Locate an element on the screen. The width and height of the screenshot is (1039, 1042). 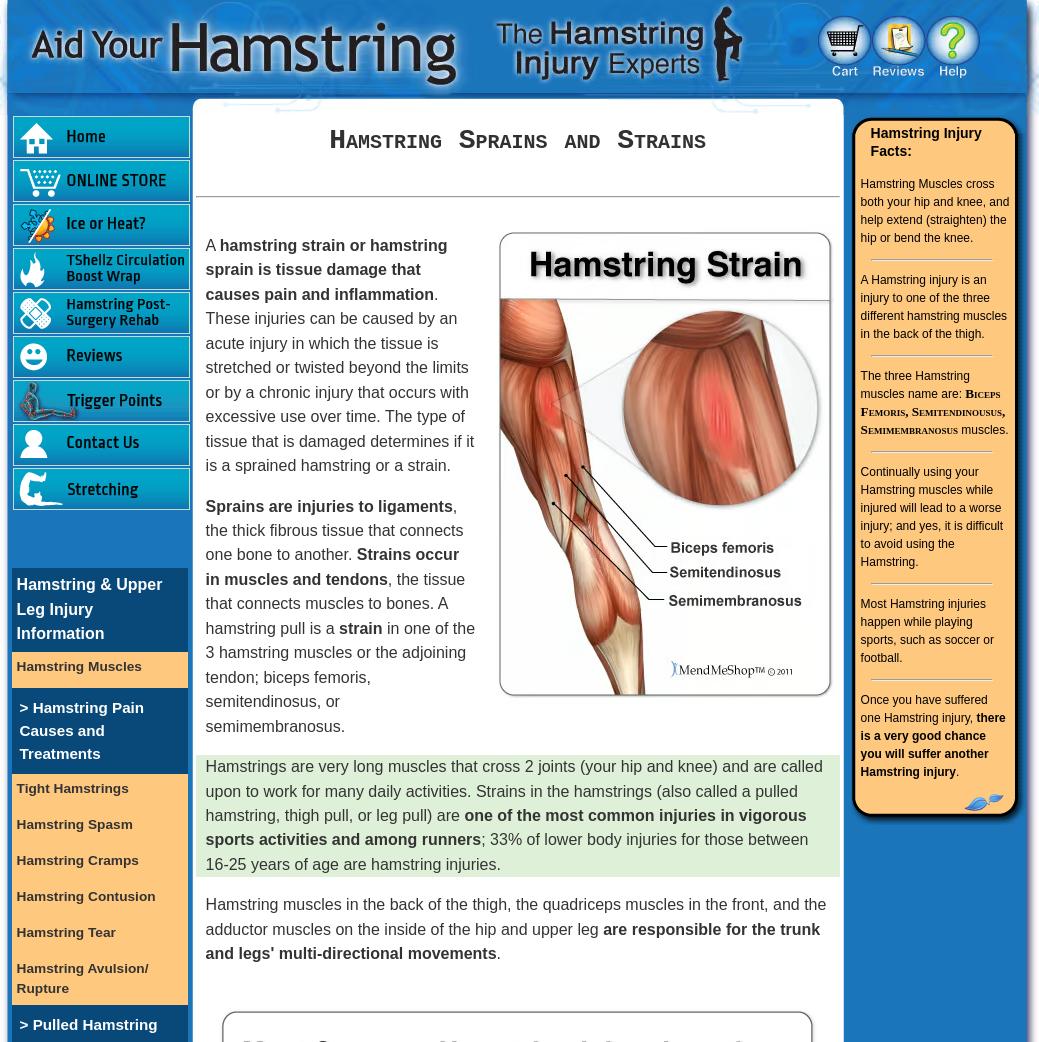
'Hamstring Muscles' is located at coordinates (77, 665).